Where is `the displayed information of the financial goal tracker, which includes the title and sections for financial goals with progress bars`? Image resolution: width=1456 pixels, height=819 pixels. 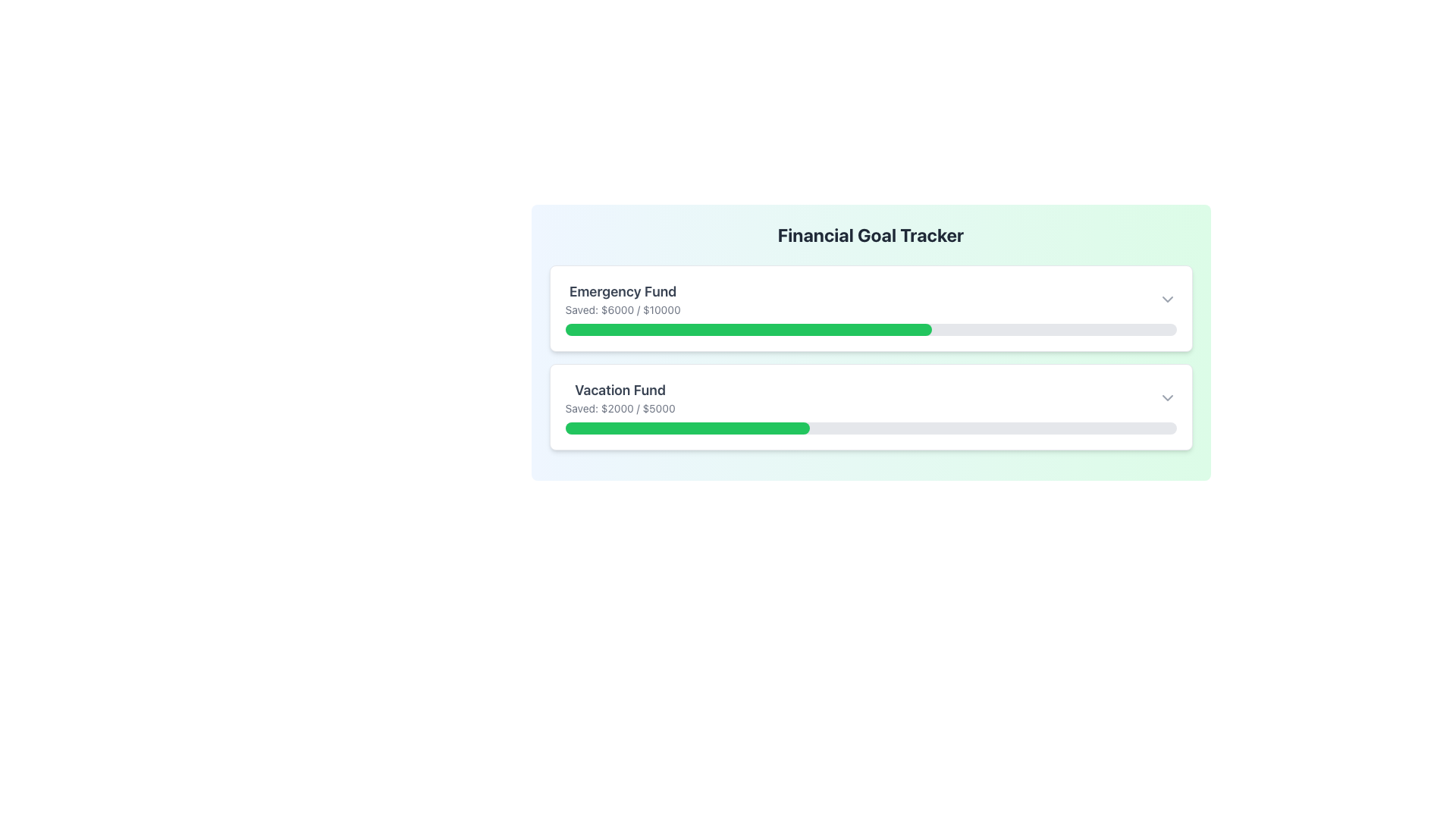 the displayed information of the financial goal tracker, which includes the title and sections for financial goals with progress bars is located at coordinates (871, 342).